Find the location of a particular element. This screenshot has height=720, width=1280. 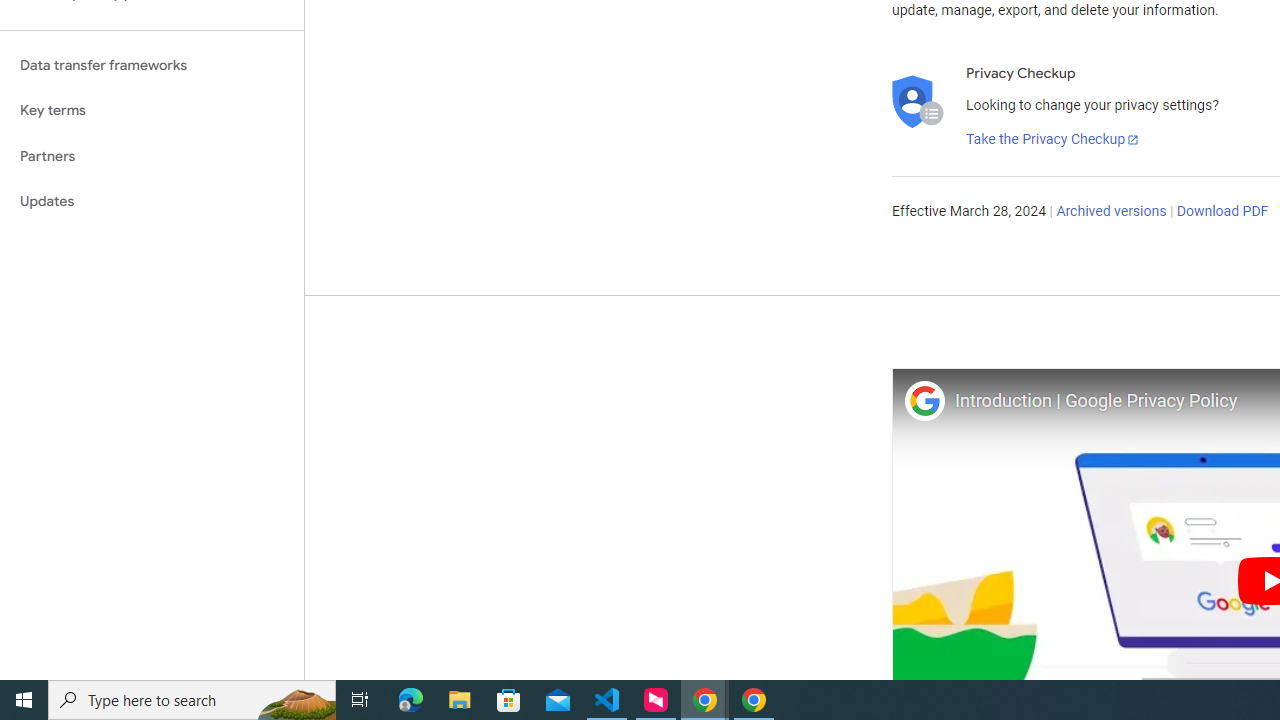

'Archived versions' is located at coordinates (1110, 212).